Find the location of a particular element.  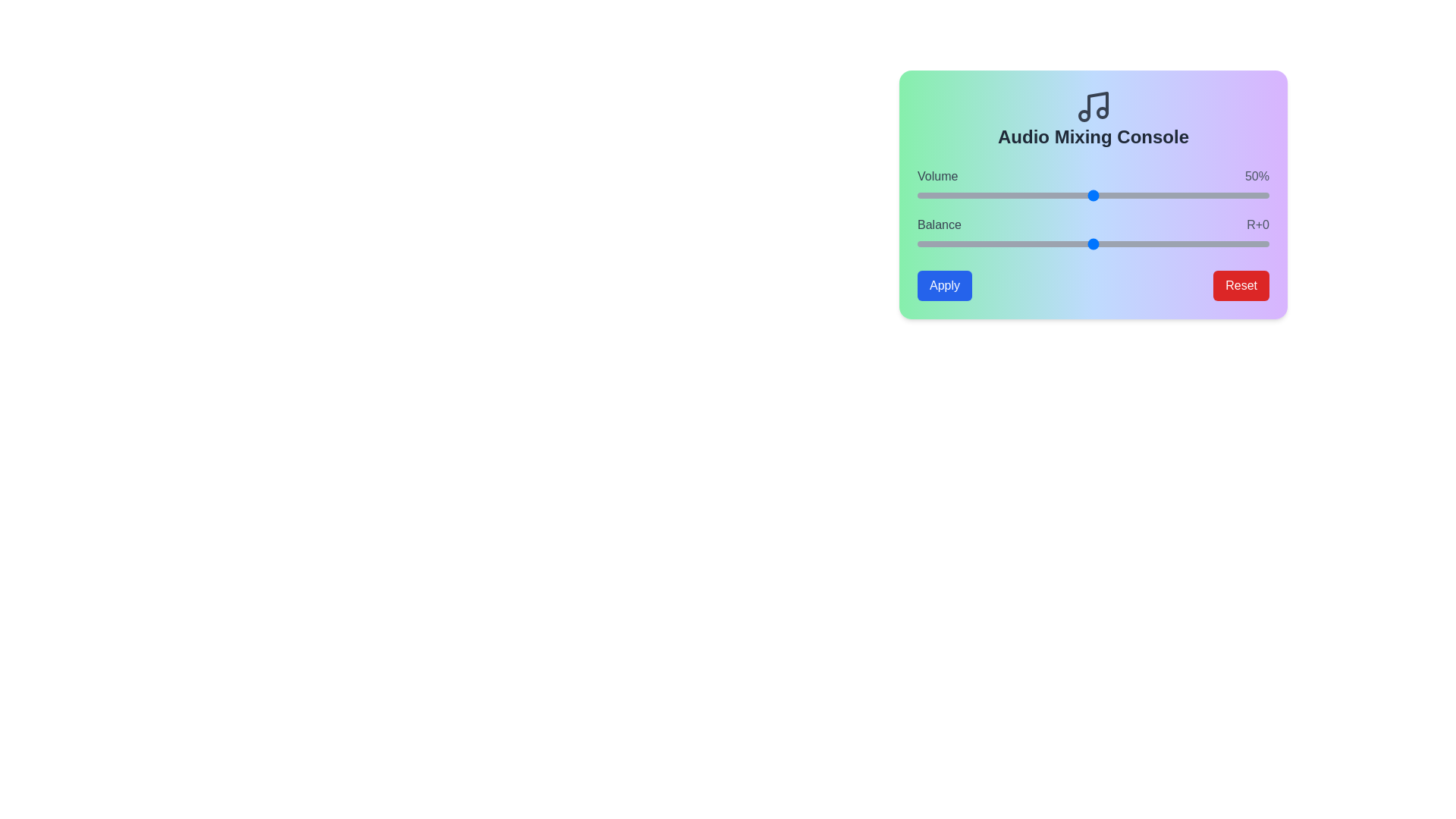

the Decorative Icon resembling a musical note, which is prominently displayed at the top-center of the colorful rectangular panel above the 'Audio Mixing Console' text is located at coordinates (1093, 106).